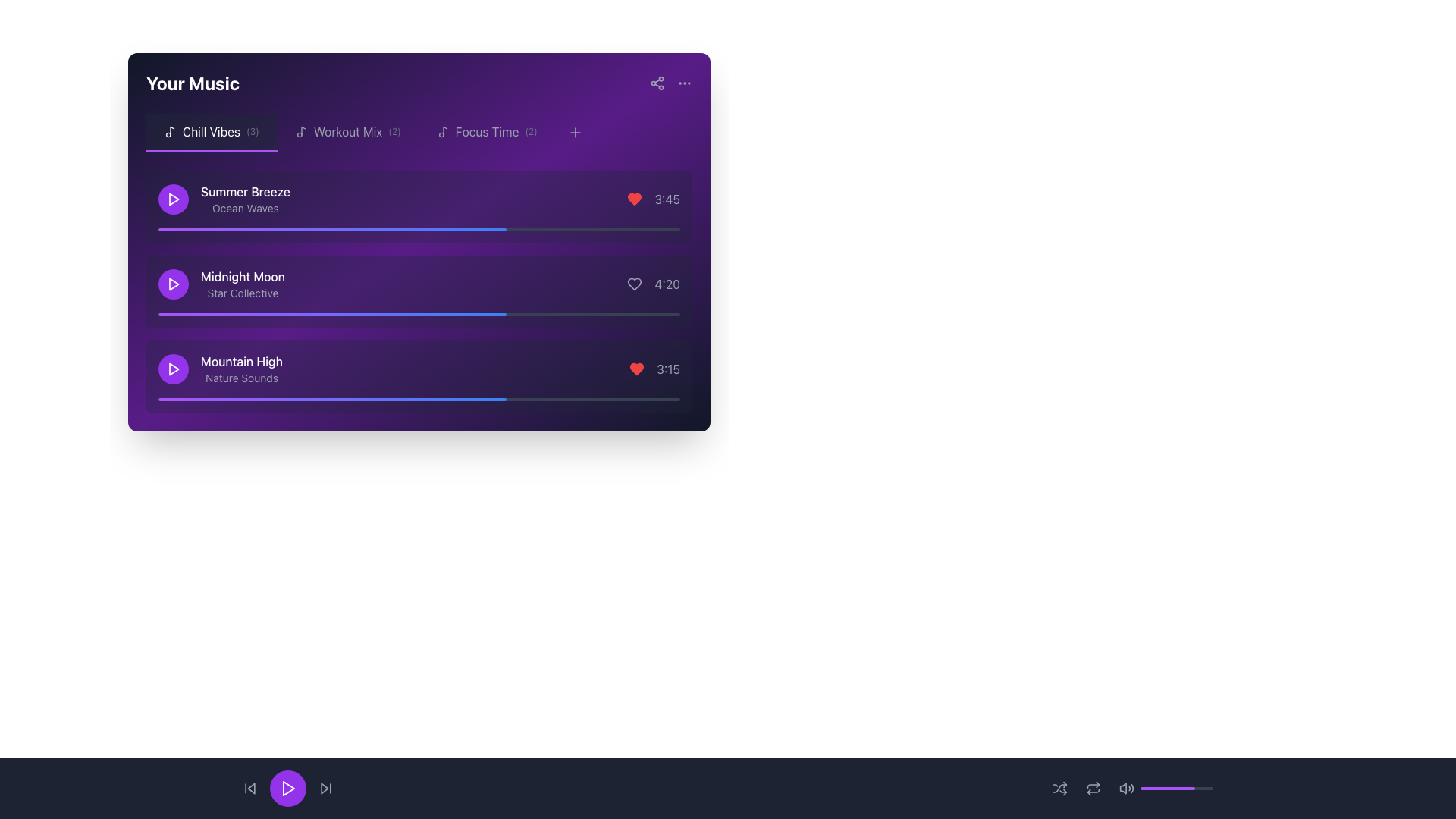 The width and height of the screenshot is (1456, 819). Describe the element at coordinates (240, 369) in the screenshot. I see `the text label that displays 'Mountain High' and 'Nature Sounds'` at that location.